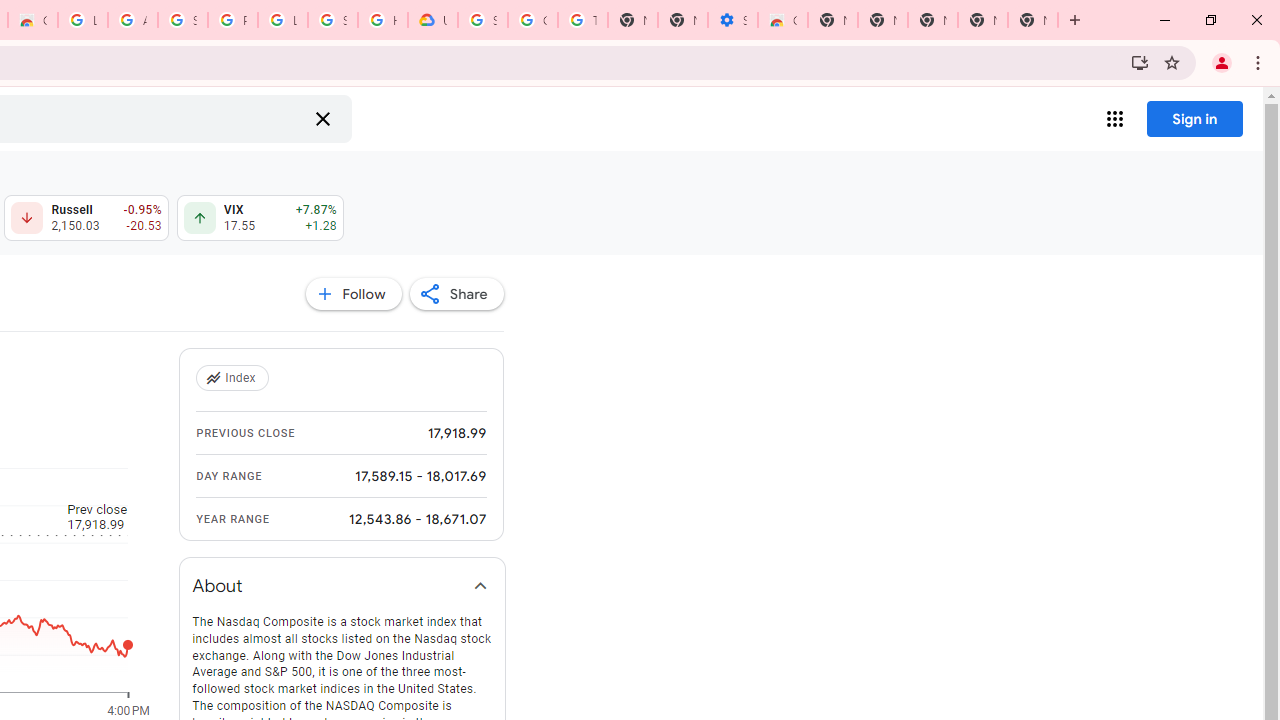 This screenshot has height=720, width=1280. Describe the element at coordinates (322, 118) in the screenshot. I see `'Clear search'` at that location.